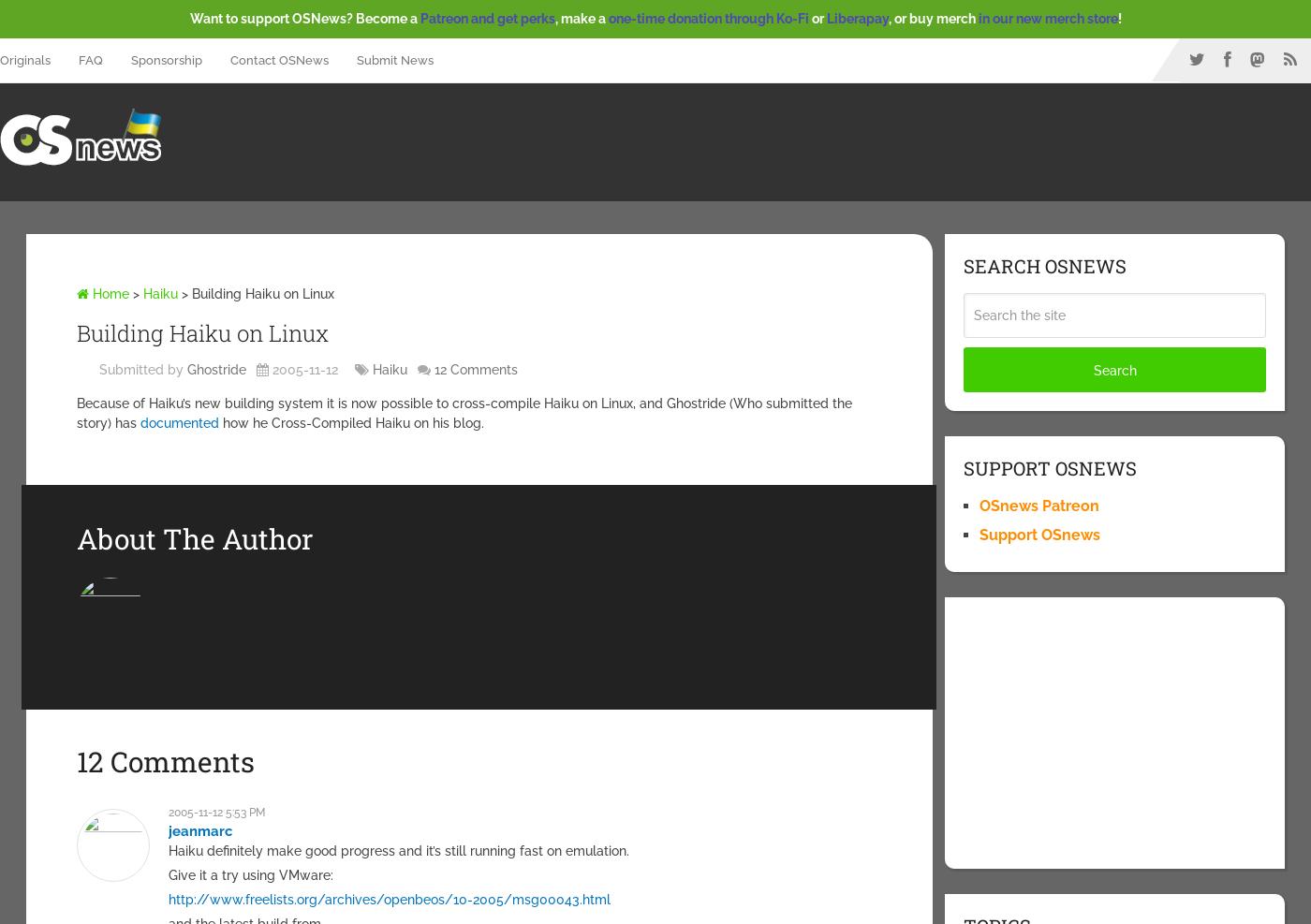 This screenshot has width=1311, height=924. Describe the element at coordinates (857, 18) in the screenshot. I see `'Liberapay'` at that location.